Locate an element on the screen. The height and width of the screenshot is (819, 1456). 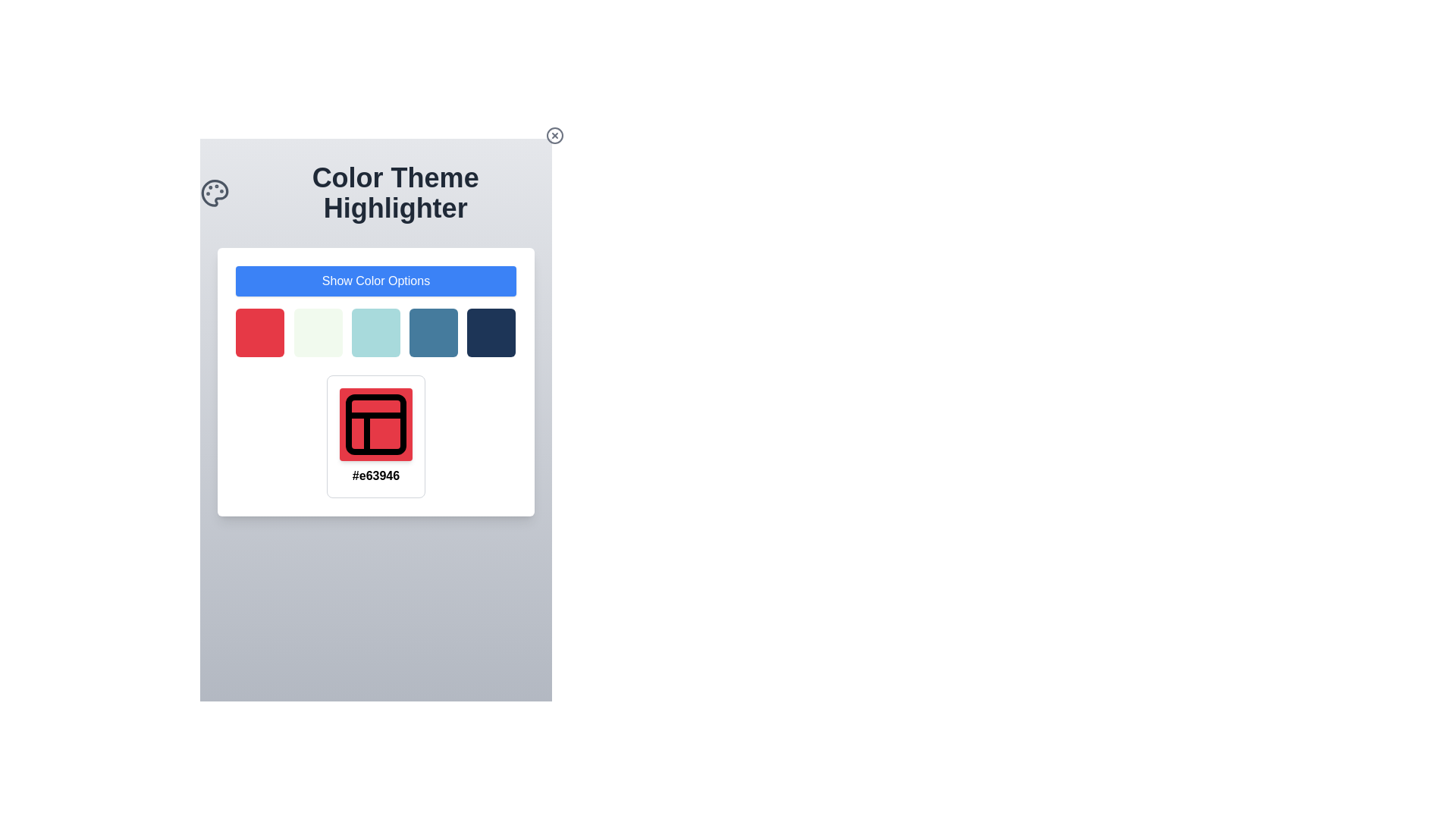
the Decorative Icon located in the top left corner of the interface, representing a color palette is located at coordinates (214, 192).